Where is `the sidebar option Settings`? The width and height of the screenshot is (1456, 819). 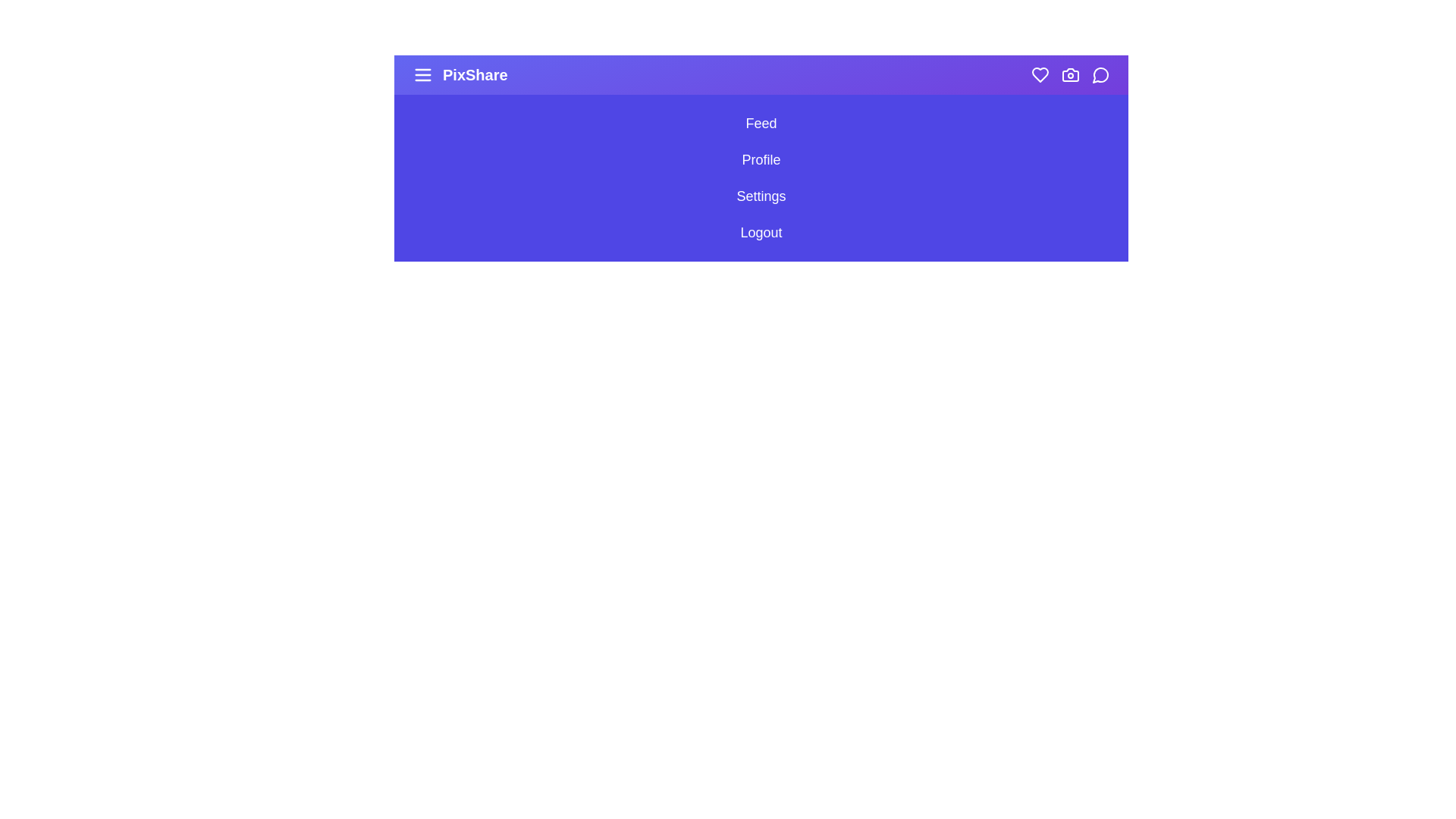 the sidebar option Settings is located at coordinates (761, 195).